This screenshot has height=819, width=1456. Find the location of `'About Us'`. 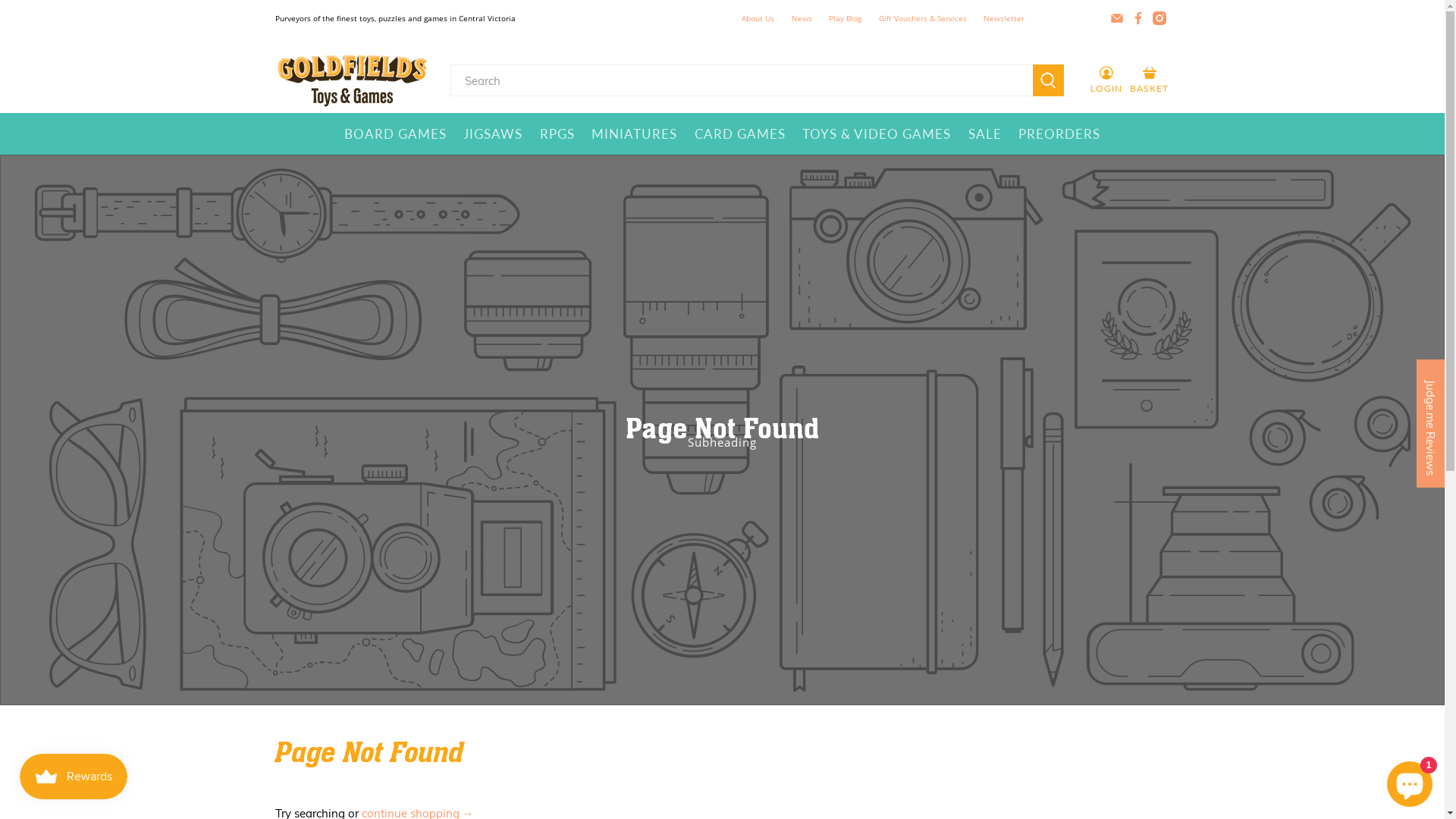

'About Us' is located at coordinates (758, 18).